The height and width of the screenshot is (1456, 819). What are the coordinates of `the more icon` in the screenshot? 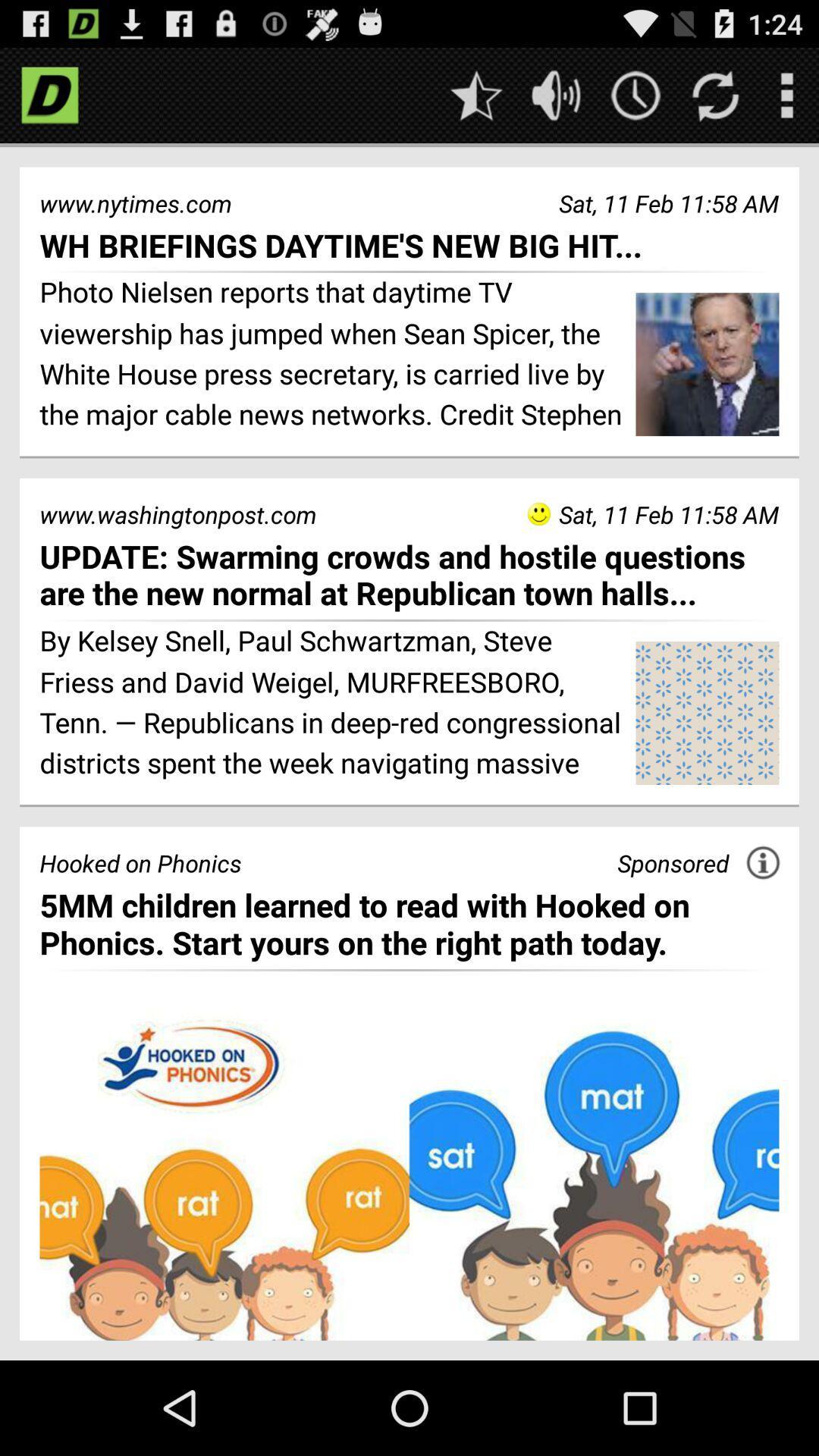 It's located at (786, 101).